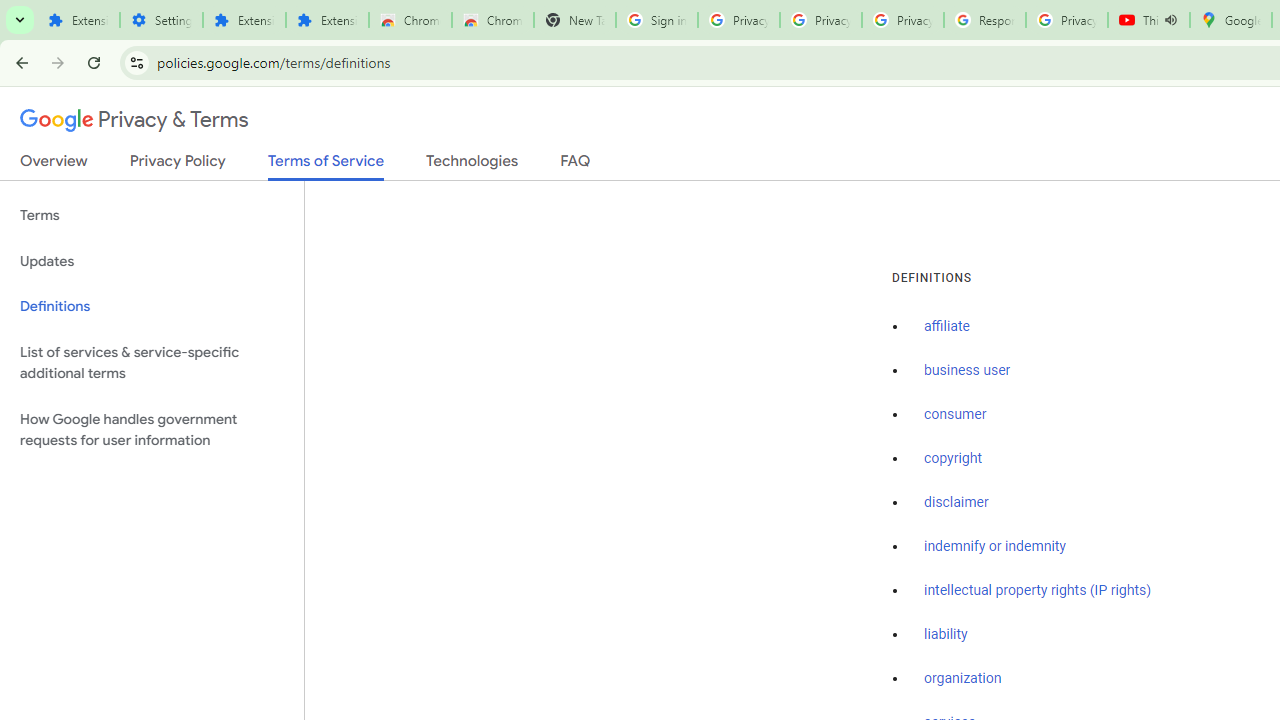 The image size is (1280, 720). What do you see at coordinates (409, 20) in the screenshot?
I see `'Chrome Web Store'` at bounding box center [409, 20].